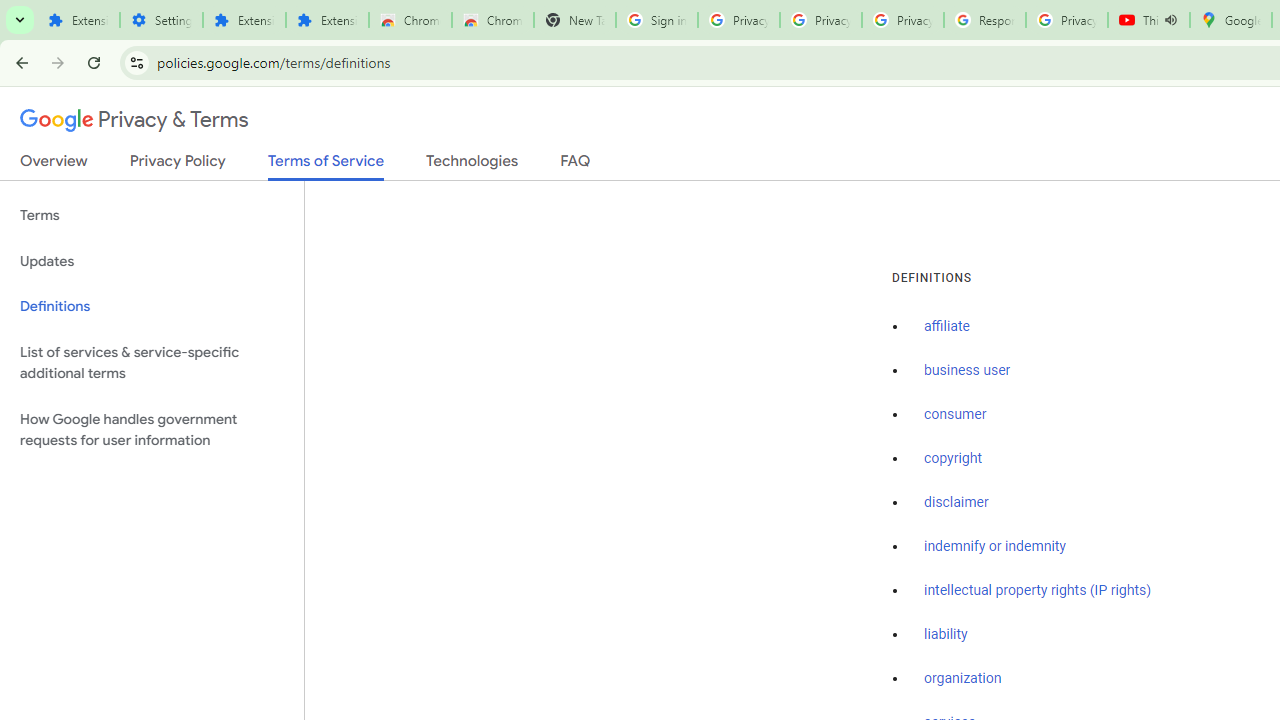 The image size is (1280, 720). What do you see at coordinates (409, 20) in the screenshot?
I see `'Chrome Web Store'` at bounding box center [409, 20].